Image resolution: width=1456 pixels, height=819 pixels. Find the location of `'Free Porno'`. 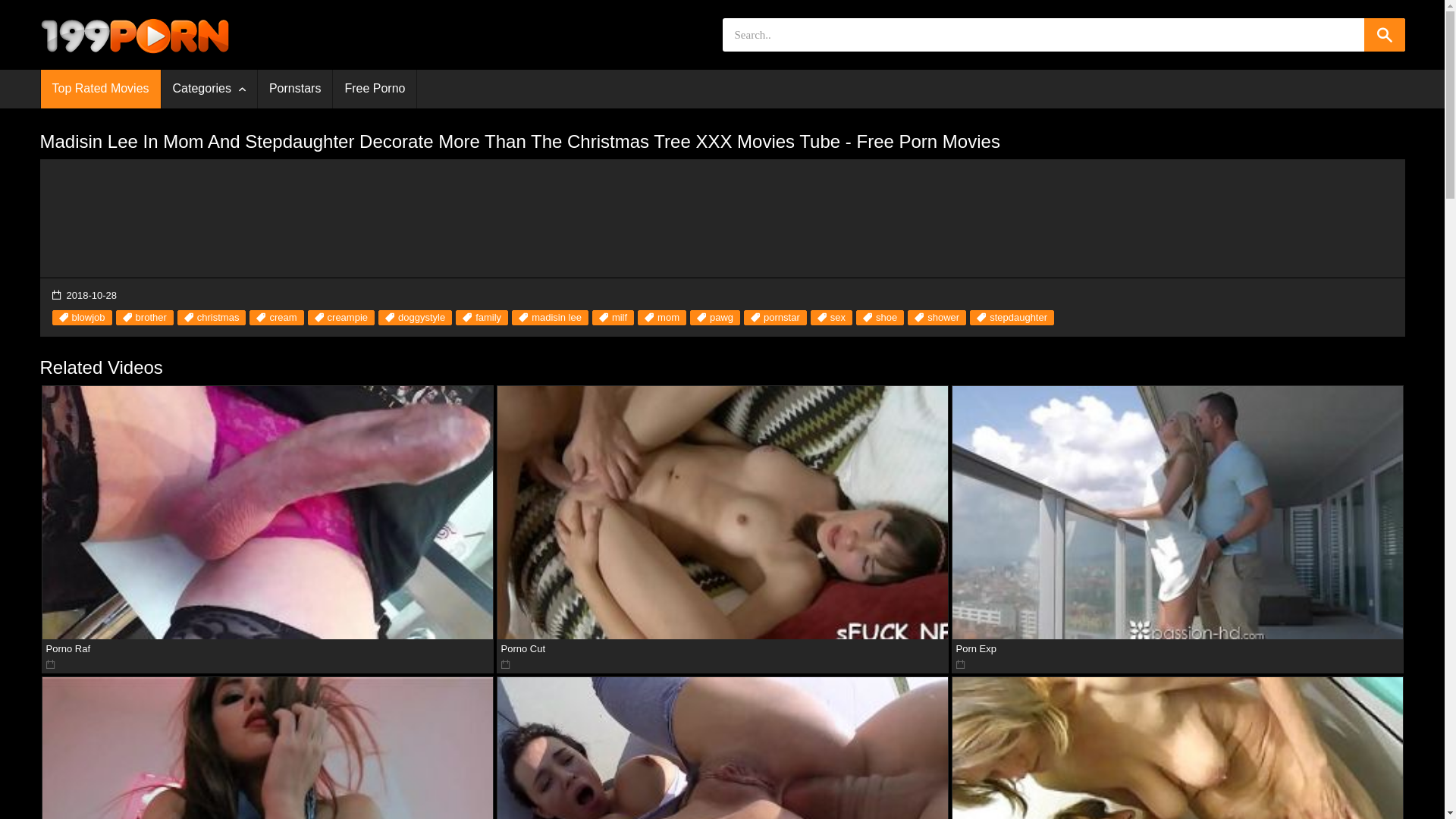

'Free Porno' is located at coordinates (331, 89).